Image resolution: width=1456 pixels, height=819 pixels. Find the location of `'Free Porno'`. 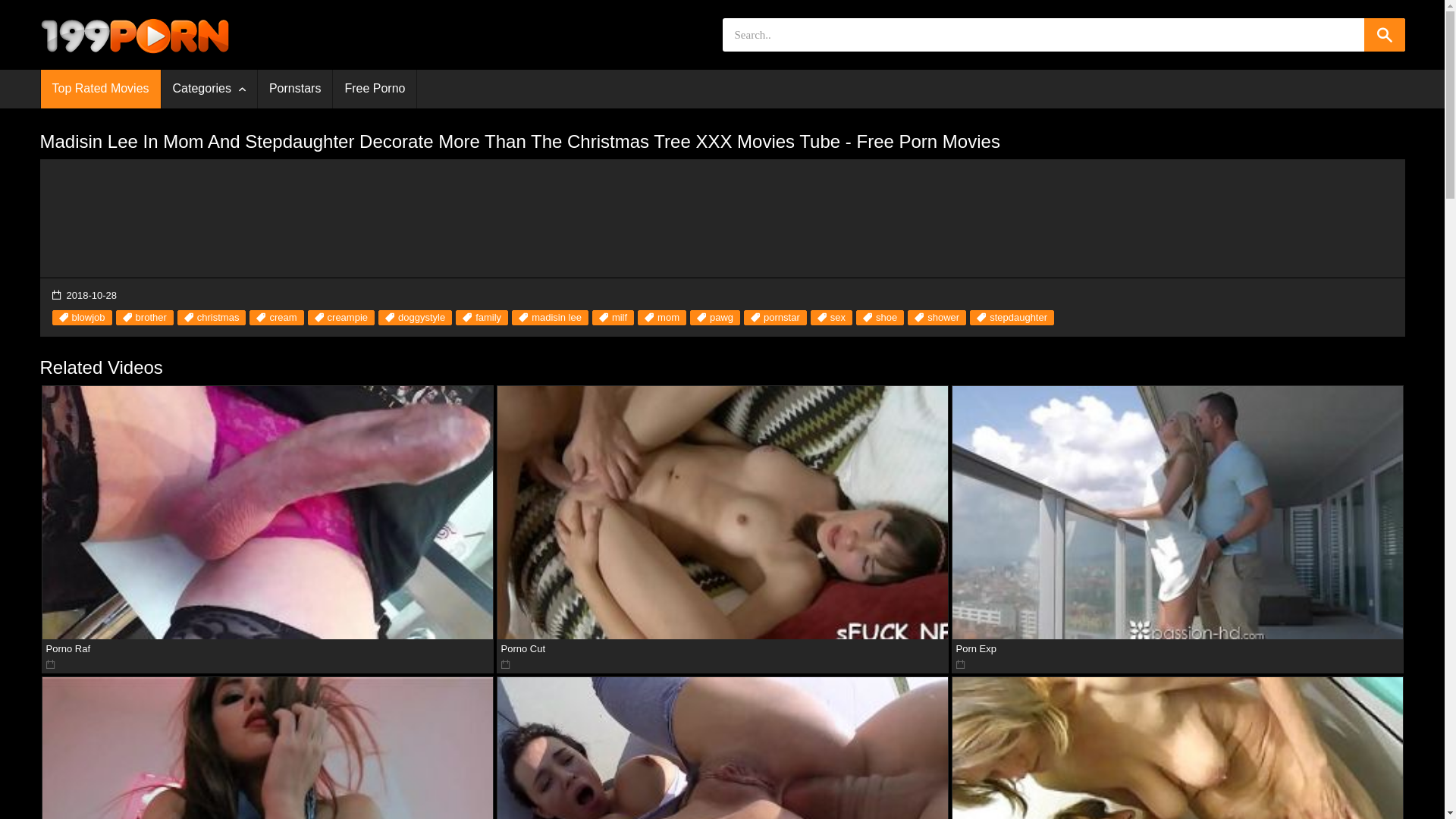

'Free Porno' is located at coordinates (331, 89).